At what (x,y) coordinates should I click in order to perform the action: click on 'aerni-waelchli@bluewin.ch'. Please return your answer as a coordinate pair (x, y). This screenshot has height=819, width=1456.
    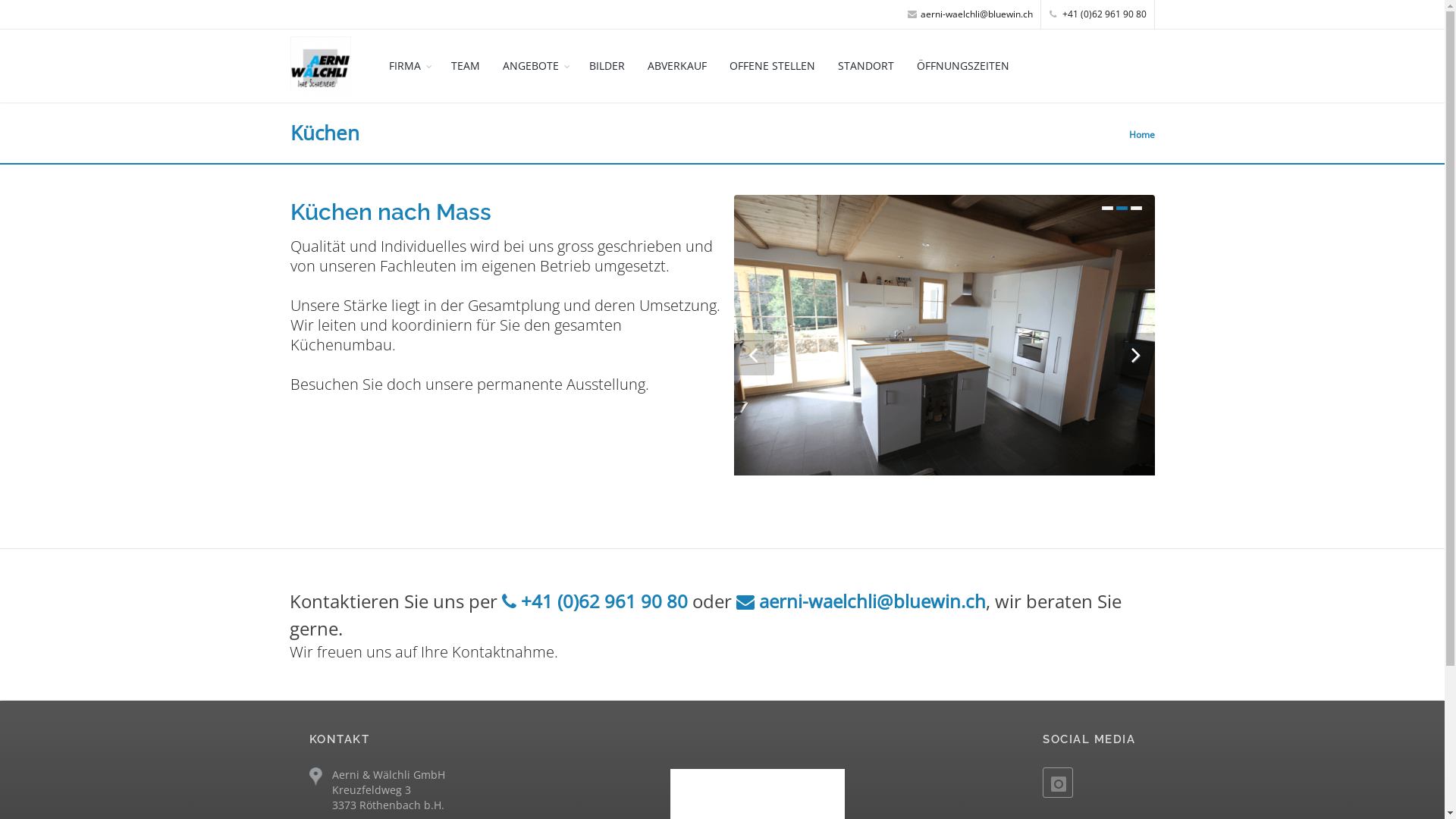
    Looking at the image, I should click on (968, 14).